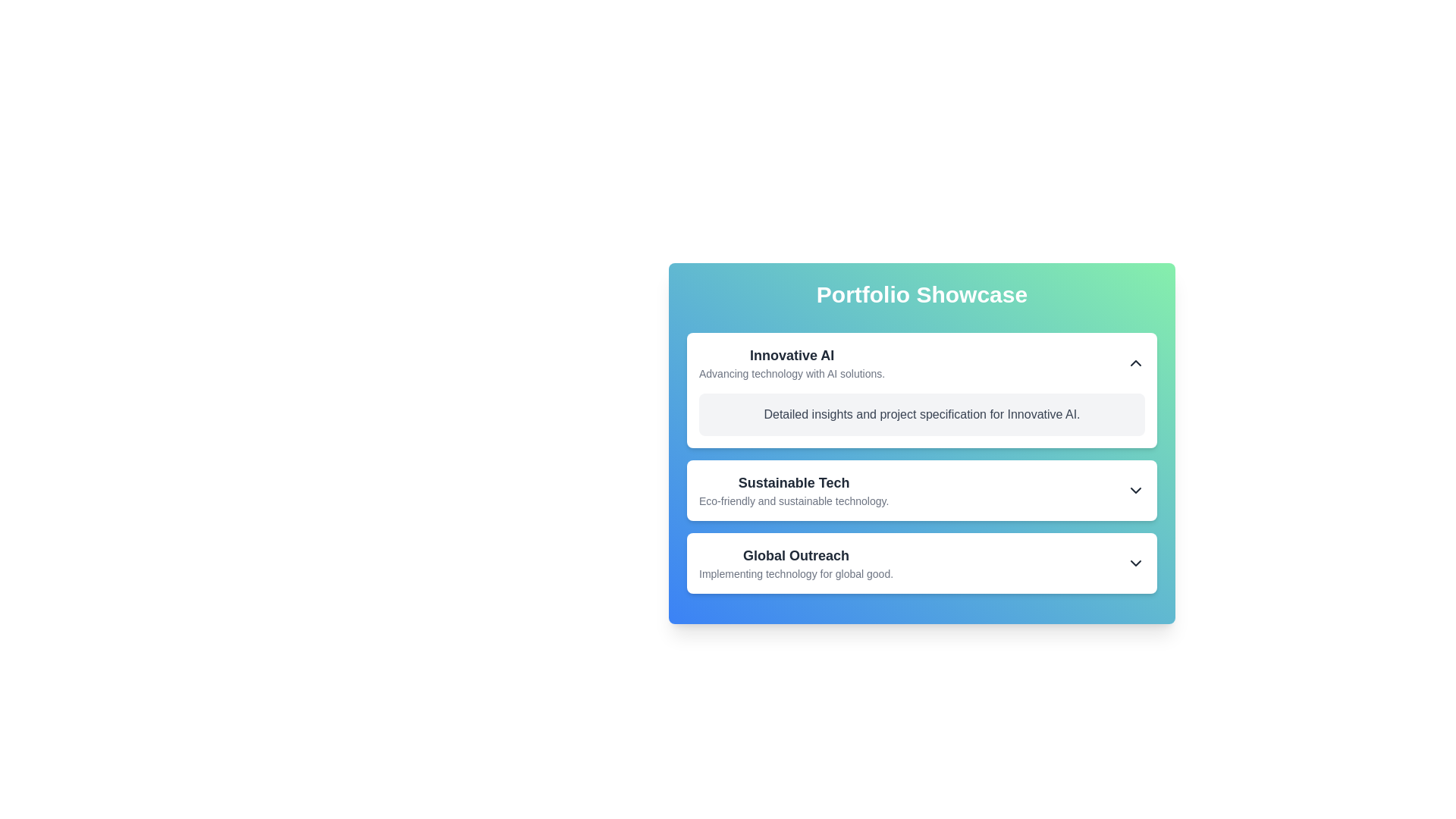  Describe the element at coordinates (921, 390) in the screenshot. I see `the first Information card in the Portfolio Showcase section` at that location.